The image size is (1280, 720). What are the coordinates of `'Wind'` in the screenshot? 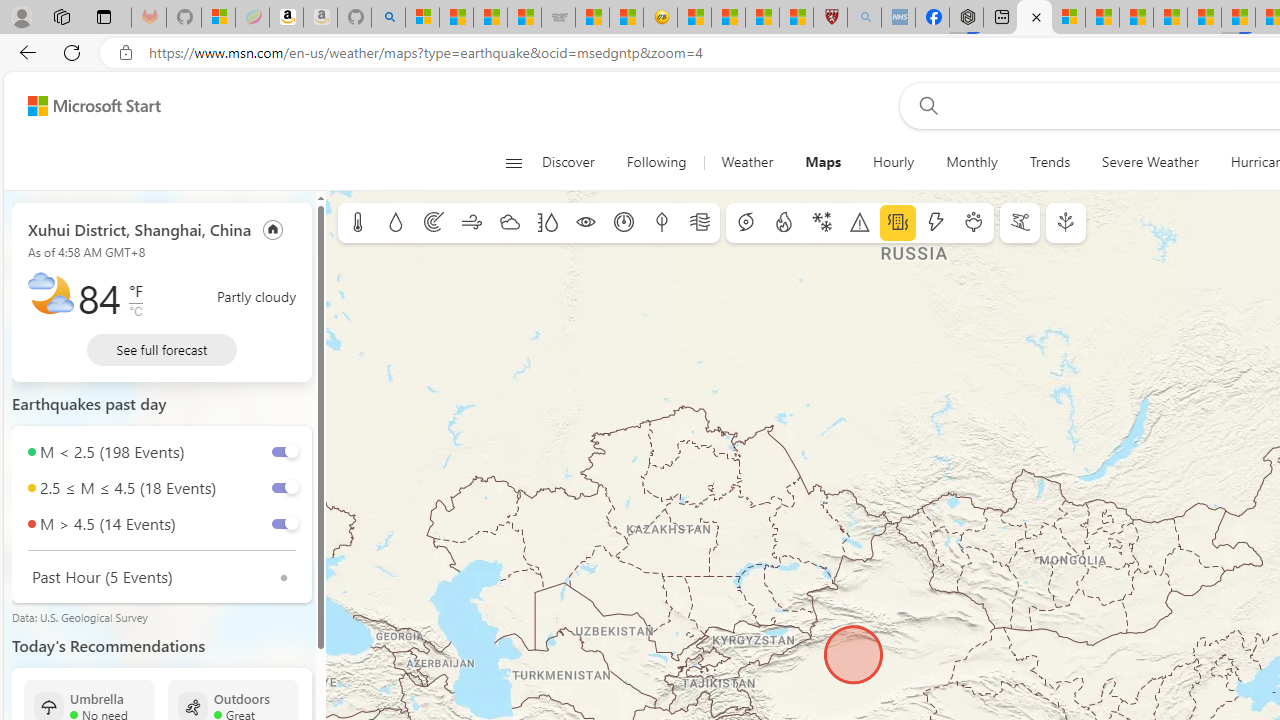 It's located at (471, 223).